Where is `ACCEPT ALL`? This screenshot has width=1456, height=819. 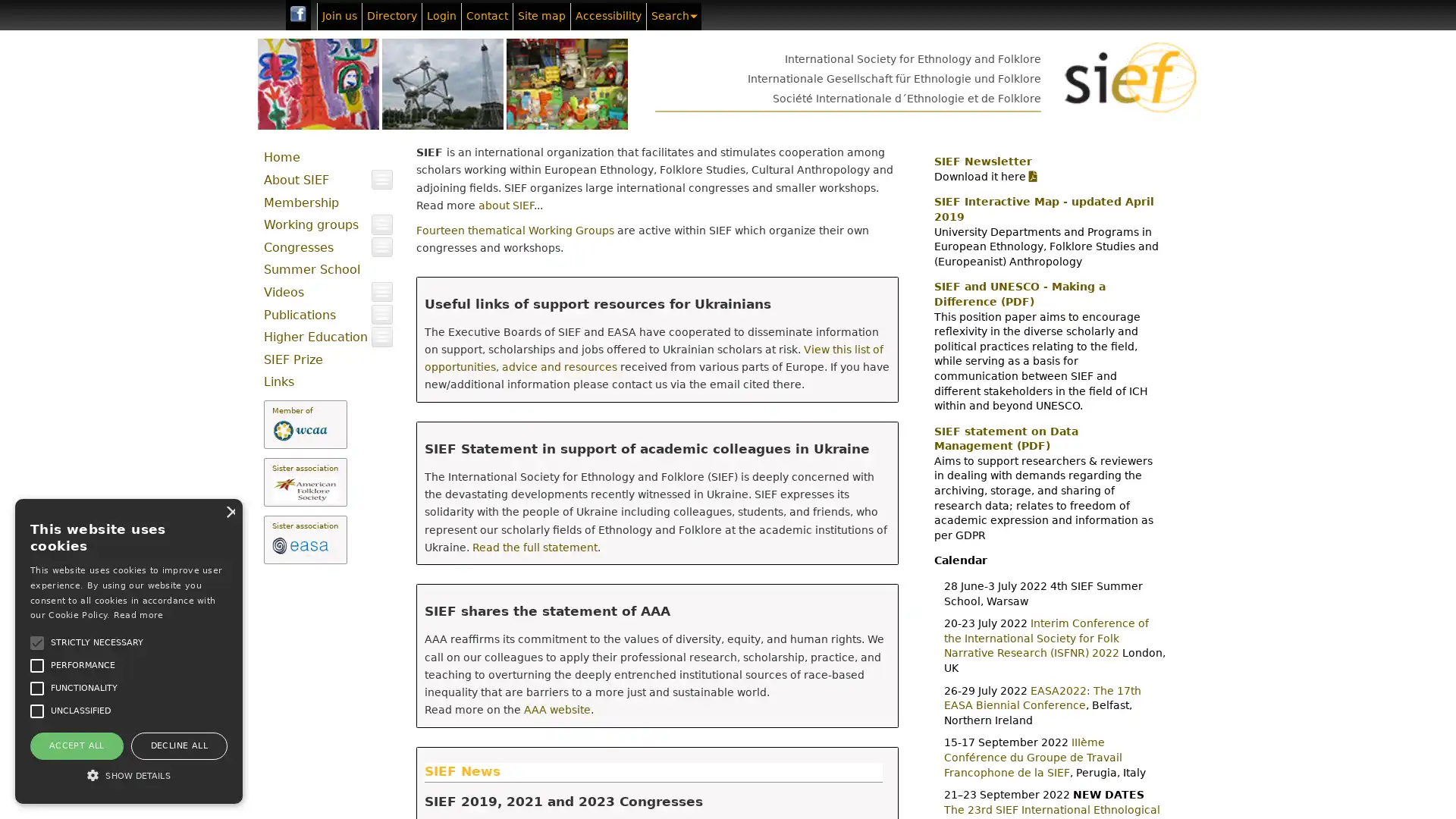
ACCEPT ALL is located at coordinates (75, 745).